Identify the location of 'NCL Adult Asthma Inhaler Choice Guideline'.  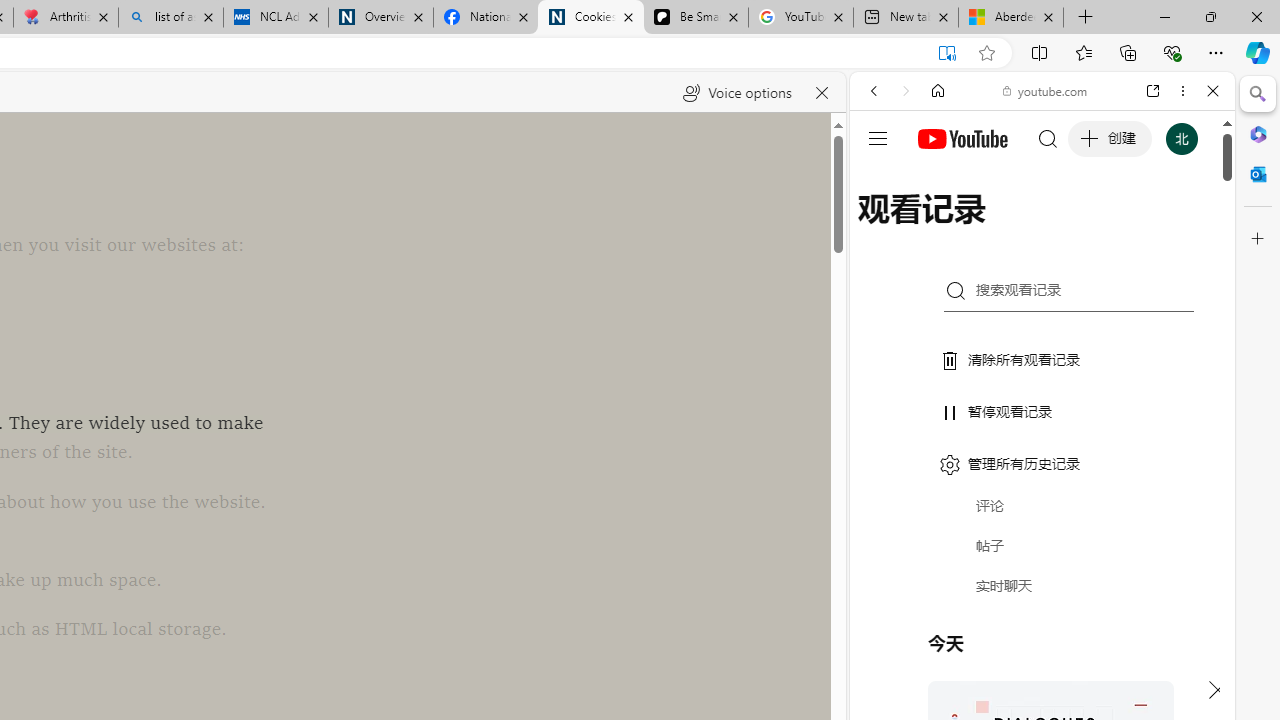
(274, 17).